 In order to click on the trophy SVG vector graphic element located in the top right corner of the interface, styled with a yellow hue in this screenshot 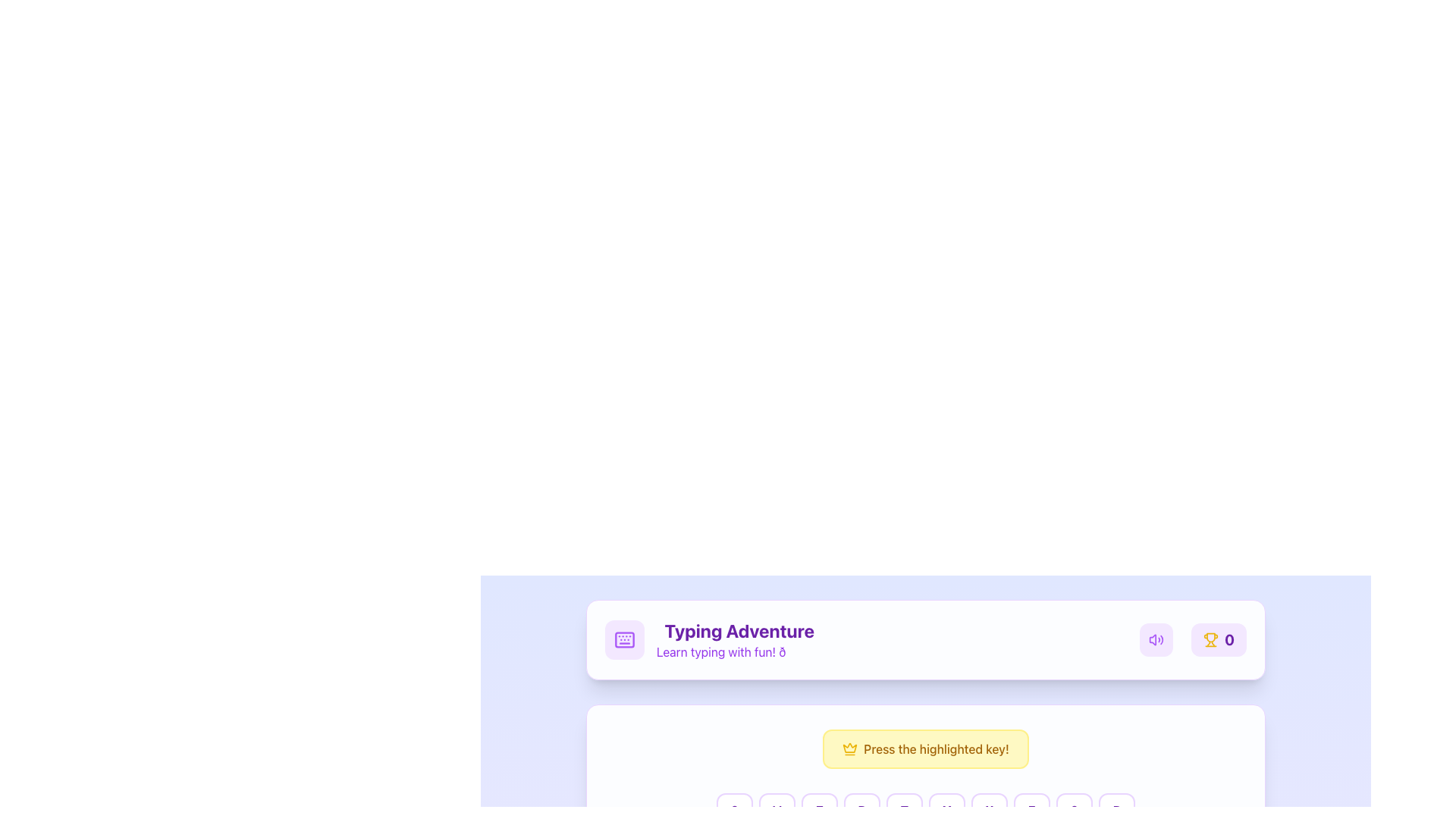, I will do `click(1210, 638)`.